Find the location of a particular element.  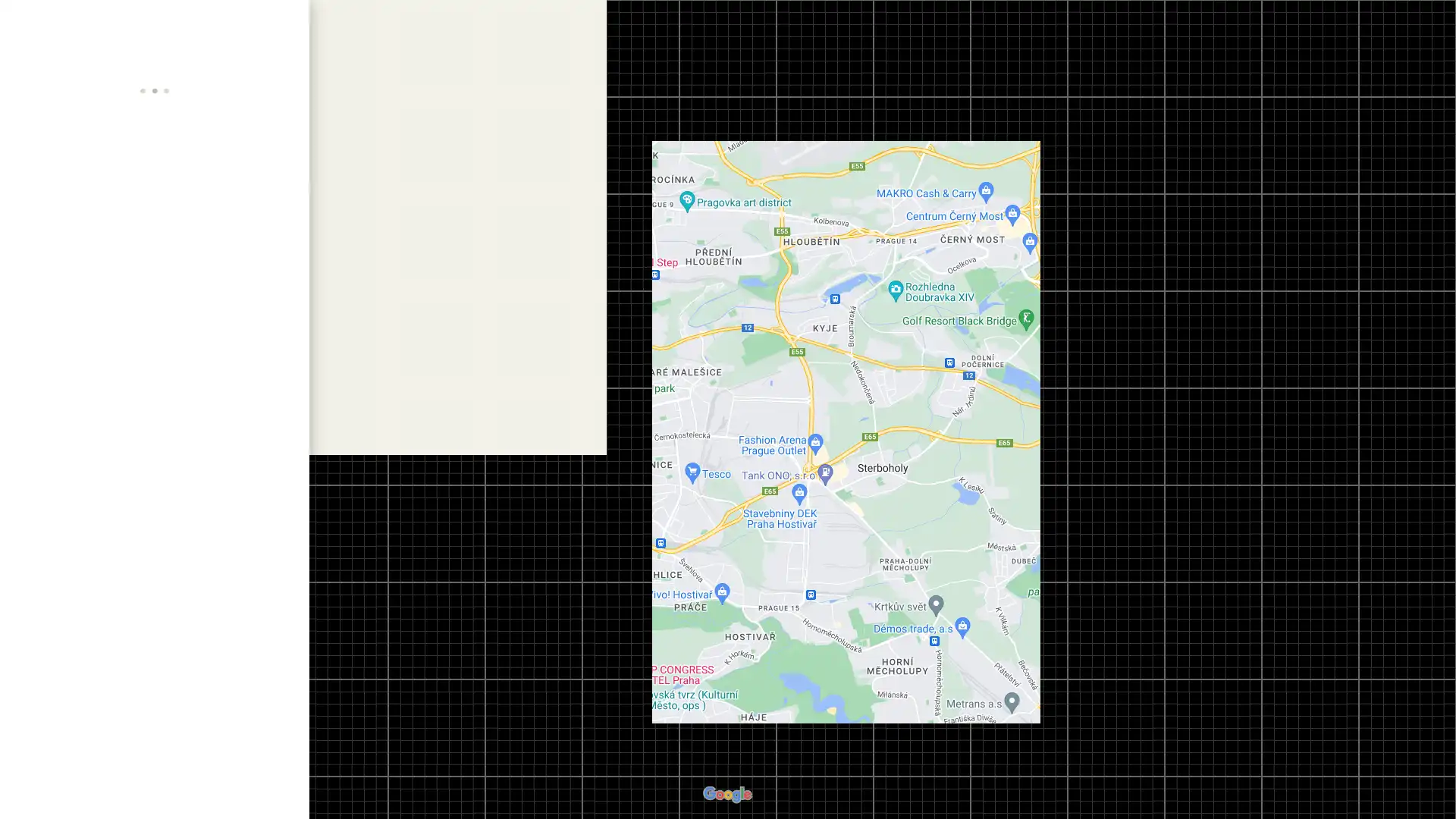

Software company is located at coordinates (61, 243).